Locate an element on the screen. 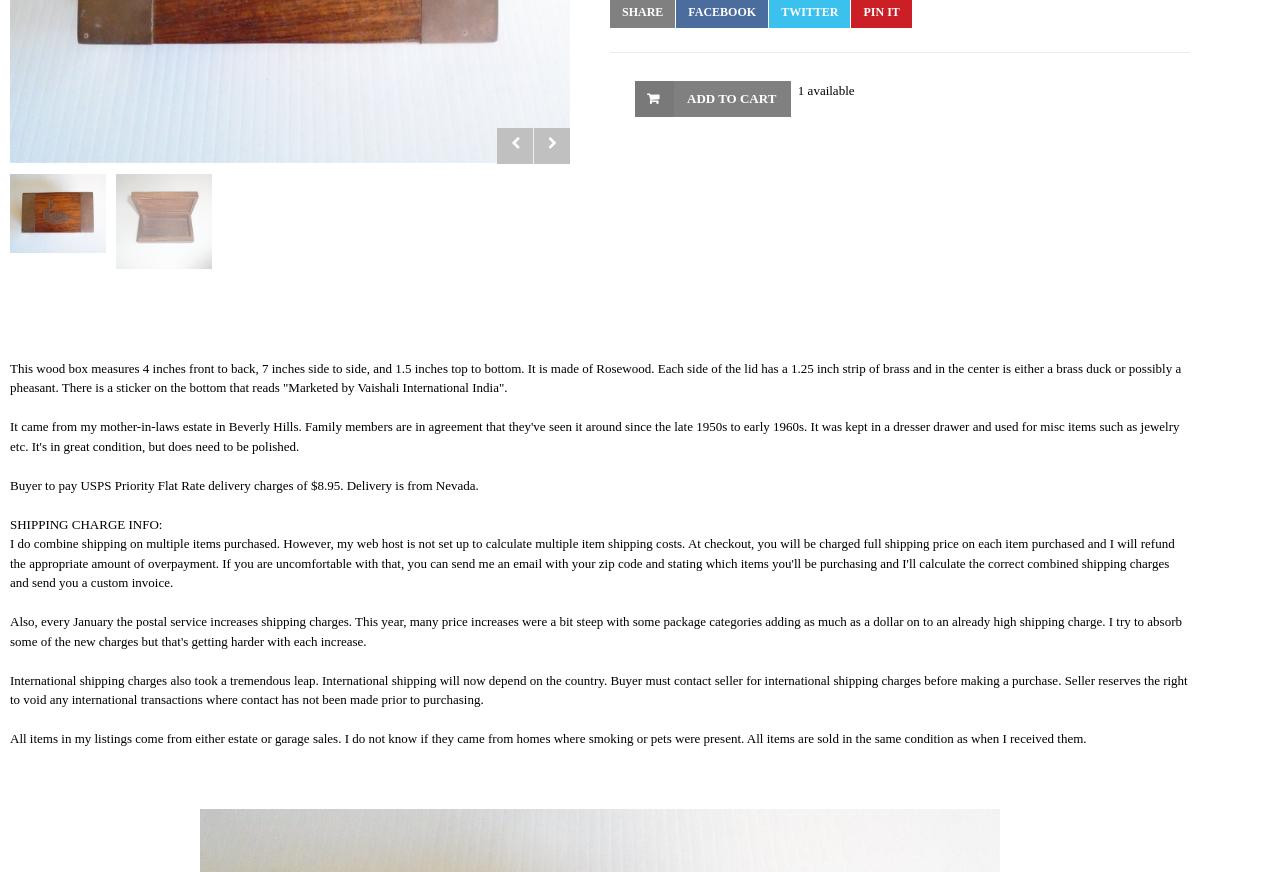  'This wood box measures 4 inches front to back, 7 inches side to side, and 1.5 inches top to bottom. It is made of Rosewood. Each side of the lid has a 1.25 inch strip of brass and in the center is either a brass duck or possibly a pheasant. There is a sticker on the bottom that reads "Marketed by Vaishali International India".' is located at coordinates (594, 377).